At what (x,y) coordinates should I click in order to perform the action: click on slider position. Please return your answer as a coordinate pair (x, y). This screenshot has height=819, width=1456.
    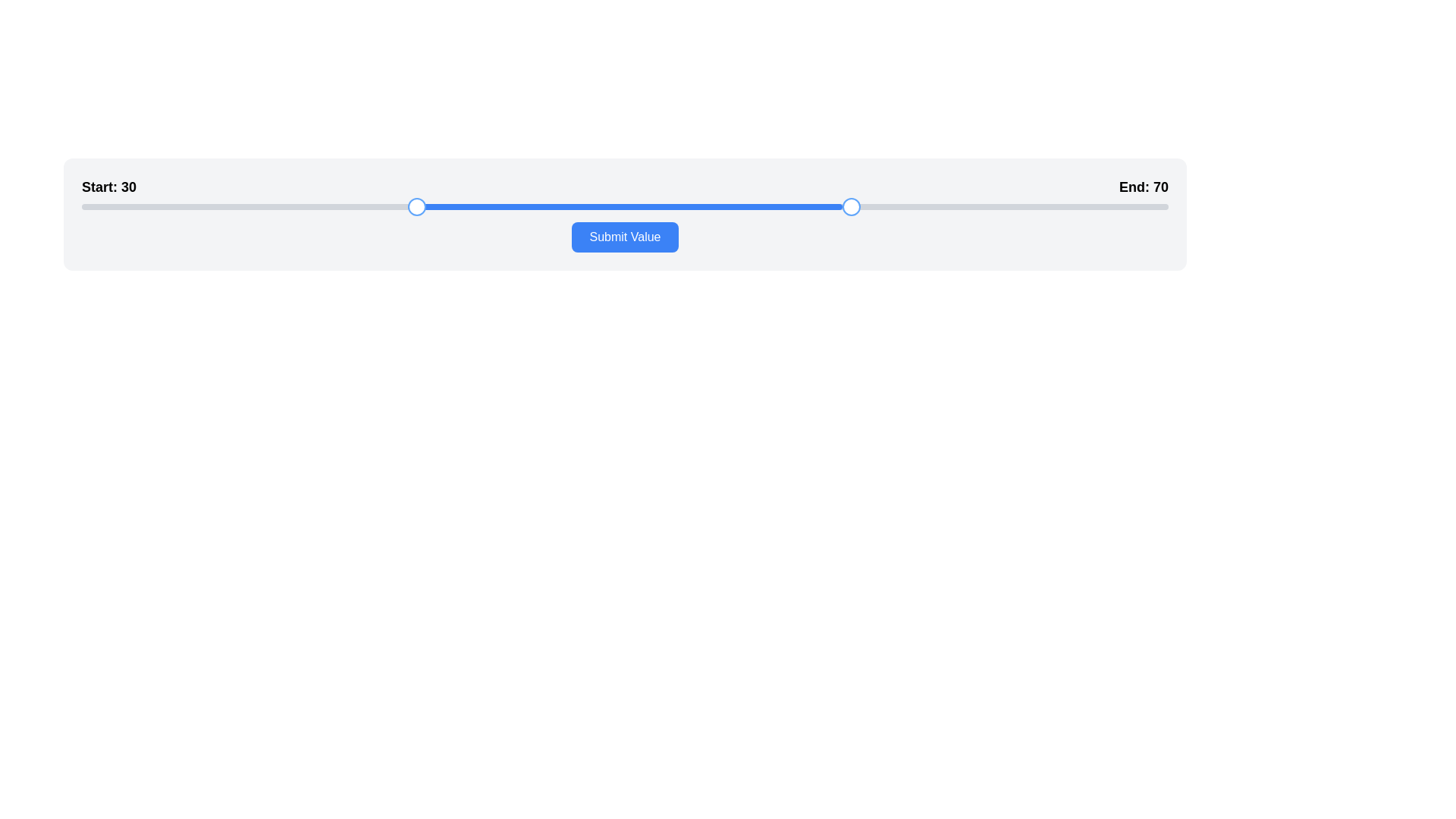
    Looking at the image, I should click on (409, 207).